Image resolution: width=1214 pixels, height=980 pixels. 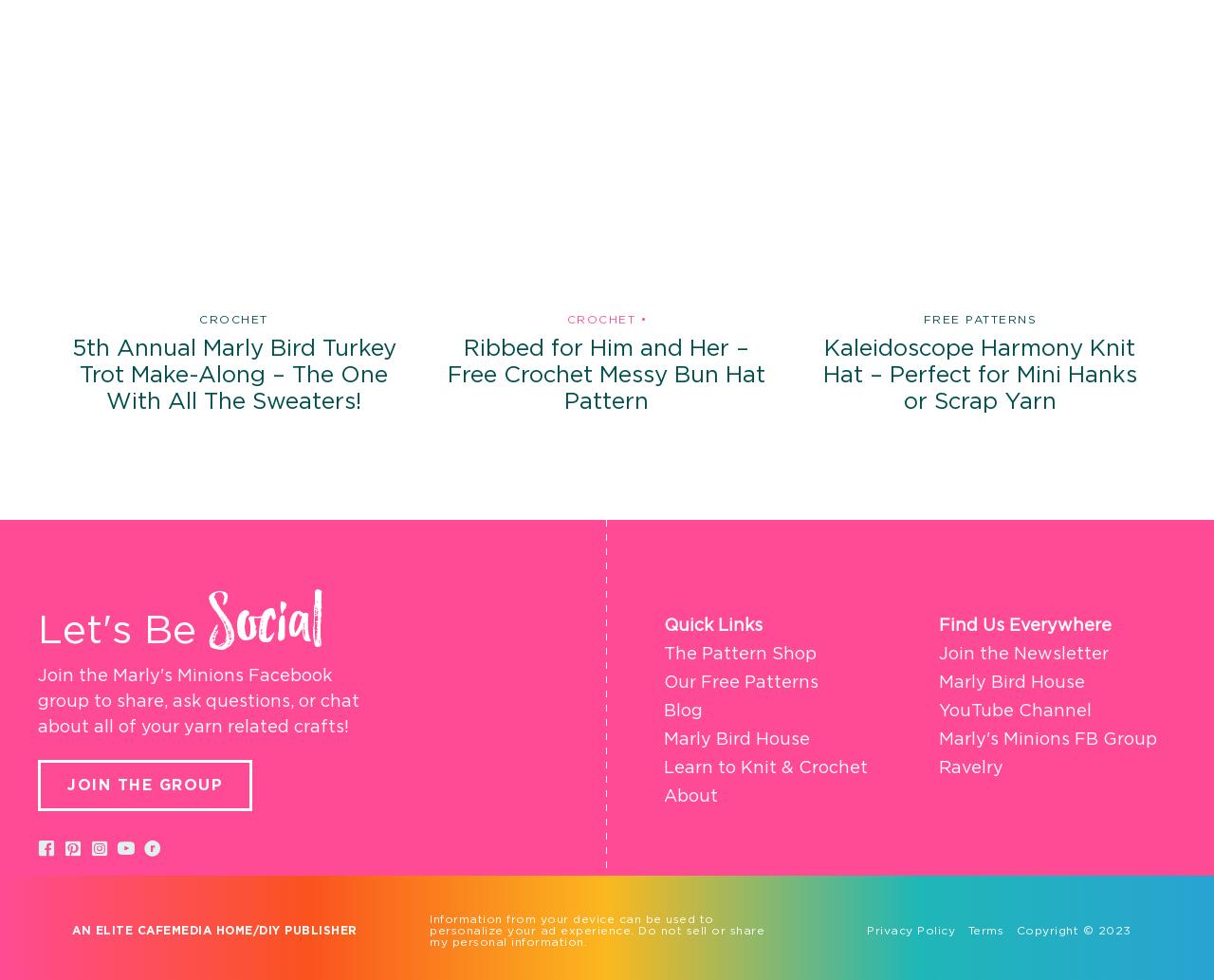 I want to click on 'AN ELITE CAFEMEDIA HOME/DIY PUBLISHER', so click(x=214, y=929).